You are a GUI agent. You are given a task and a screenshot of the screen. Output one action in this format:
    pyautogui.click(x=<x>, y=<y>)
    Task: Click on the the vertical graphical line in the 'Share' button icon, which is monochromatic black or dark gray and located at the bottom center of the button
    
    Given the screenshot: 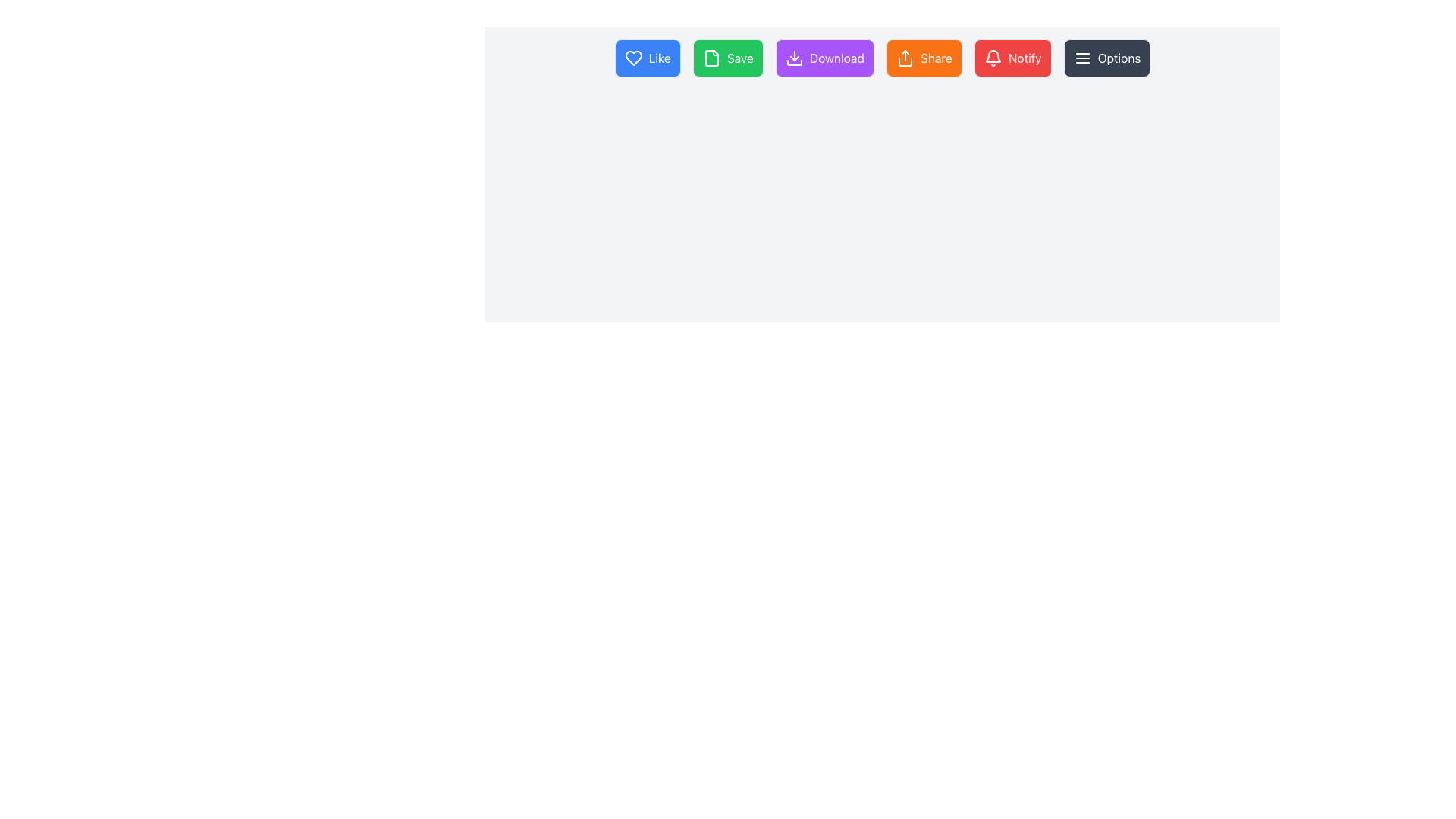 What is the action you would take?
    pyautogui.click(x=905, y=61)
    